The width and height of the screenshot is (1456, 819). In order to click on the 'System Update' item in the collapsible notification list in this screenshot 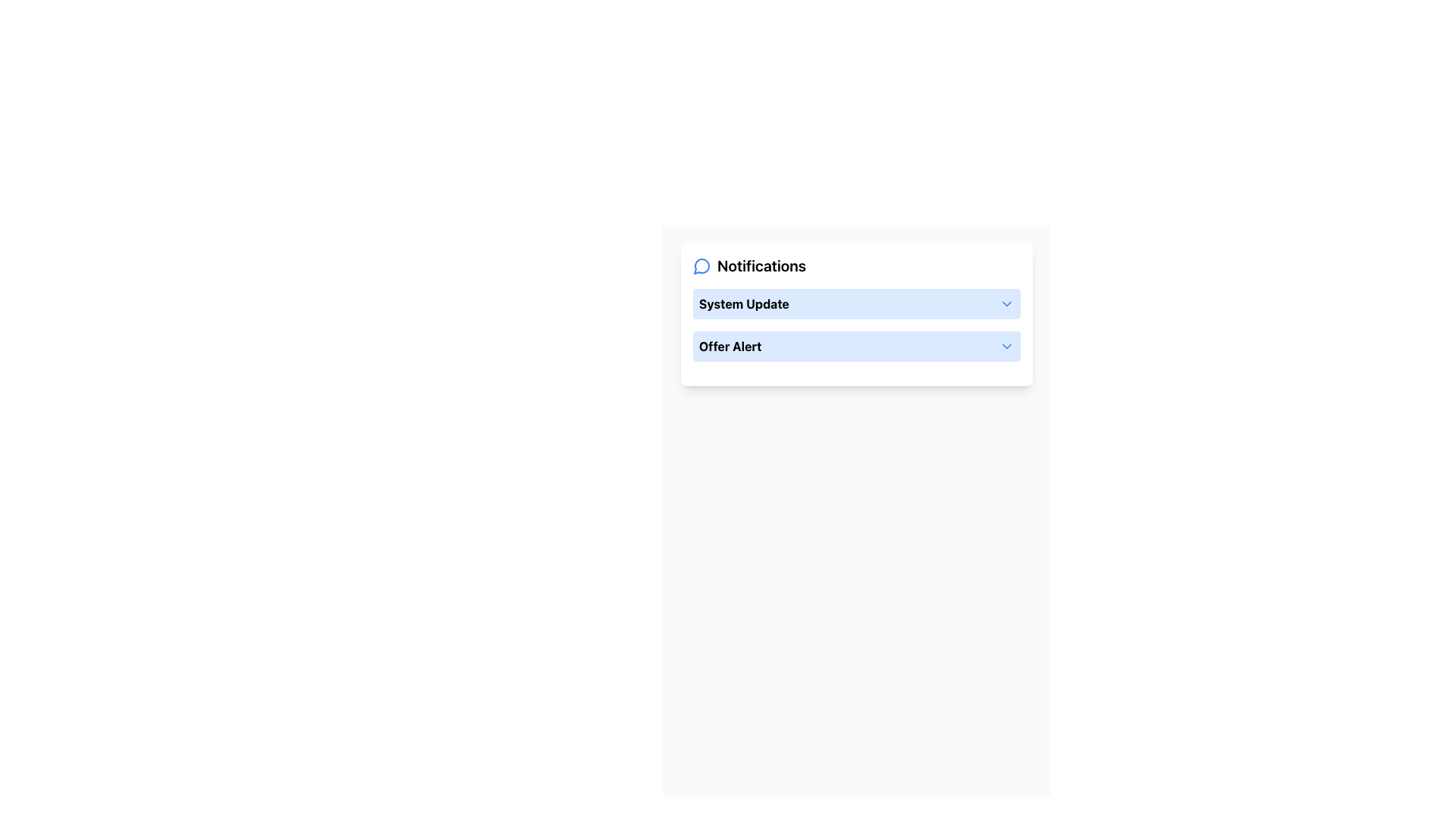, I will do `click(856, 324)`.